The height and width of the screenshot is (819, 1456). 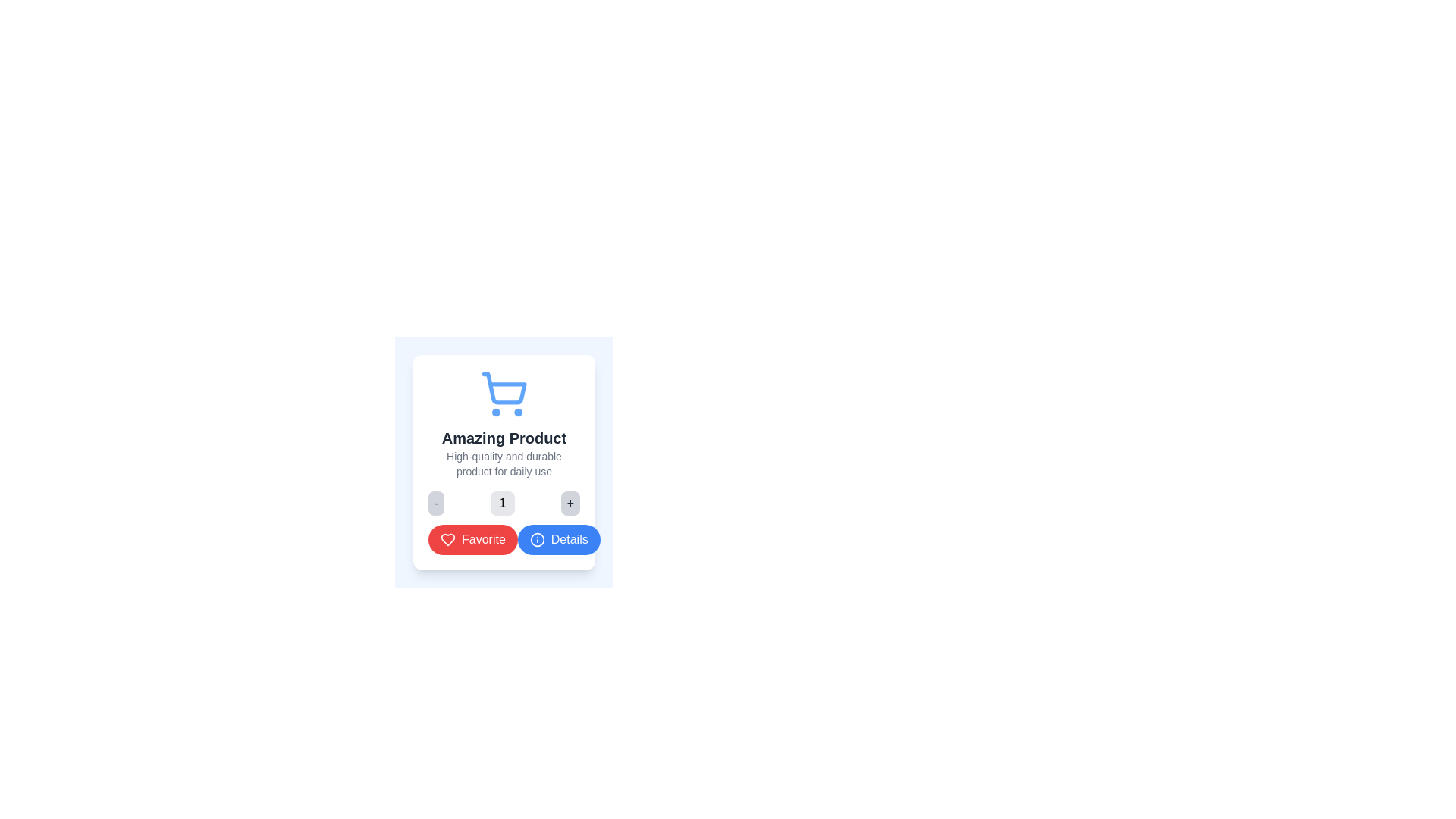 What do you see at coordinates (570, 503) in the screenshot?
I see `the increment button located to the right of the numeric display labeled '1'` at bounding box center [570, 503].